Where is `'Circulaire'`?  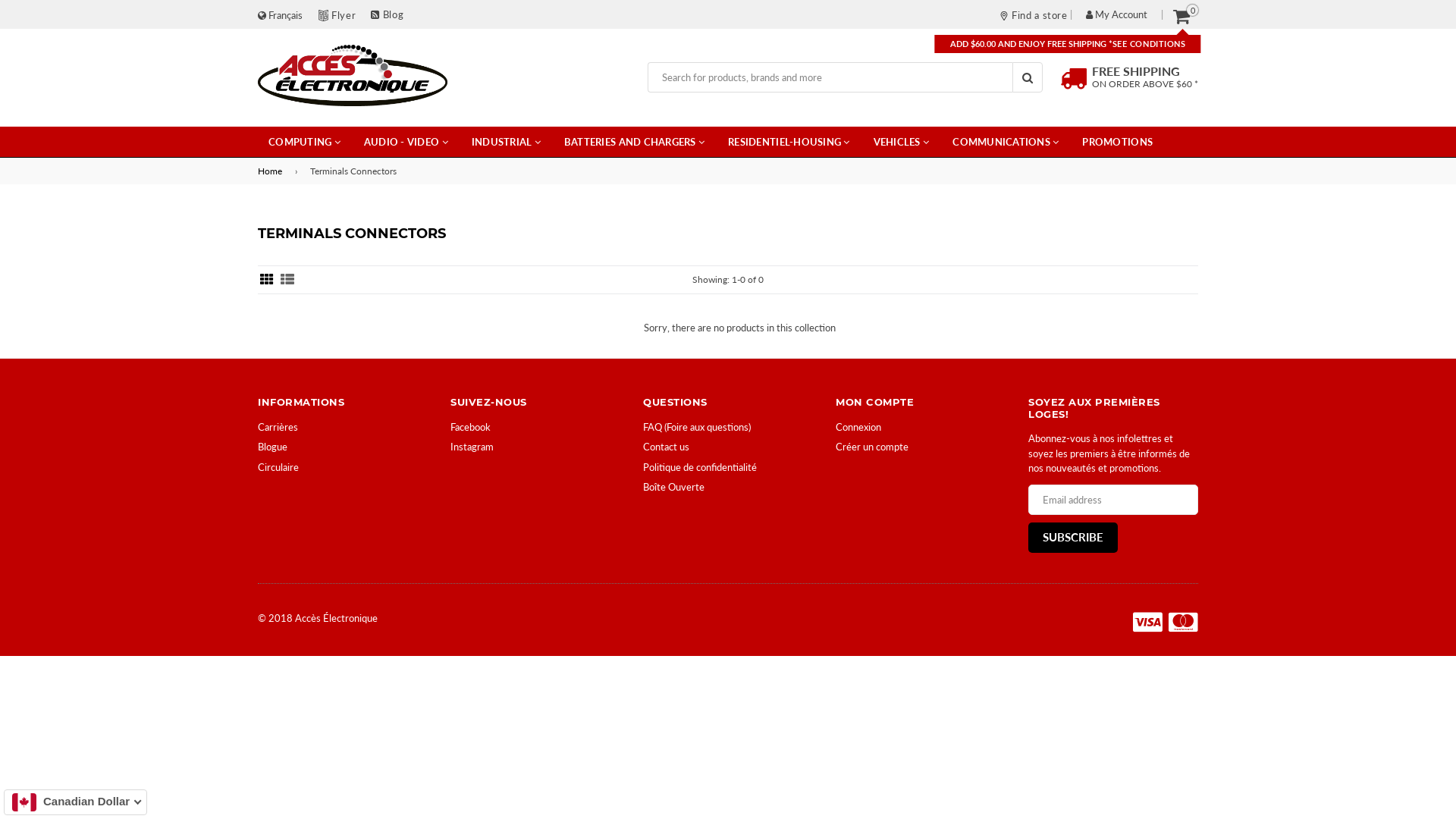 'Circulaire' is located at coordinates (278, 466).